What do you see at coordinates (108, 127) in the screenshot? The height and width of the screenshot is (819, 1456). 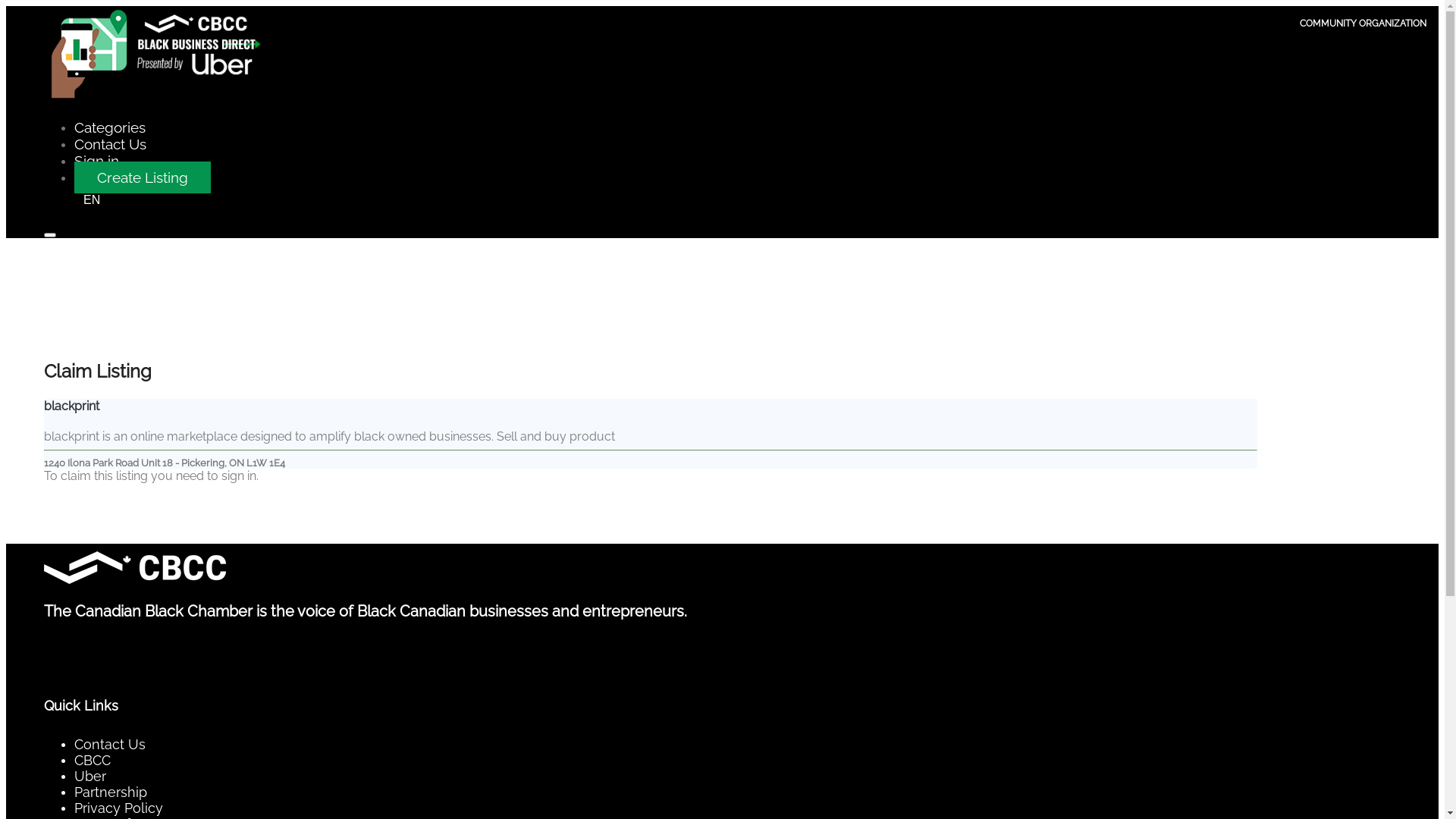 I see `'Categories'` at bounding box center [108, 127].